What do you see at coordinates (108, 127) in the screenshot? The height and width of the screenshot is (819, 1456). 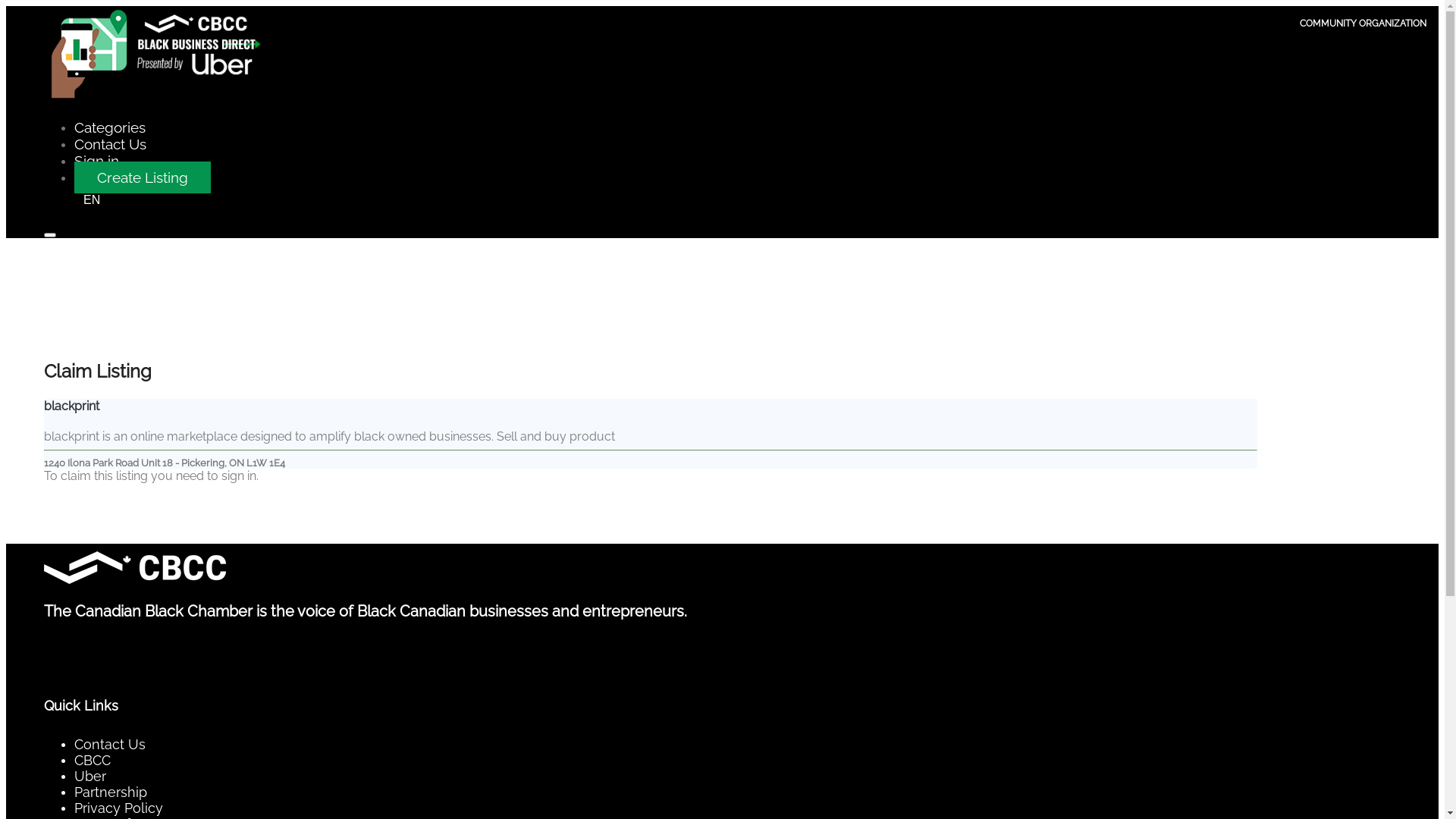 I see `'Categories'` at bounding box center [108, 127].